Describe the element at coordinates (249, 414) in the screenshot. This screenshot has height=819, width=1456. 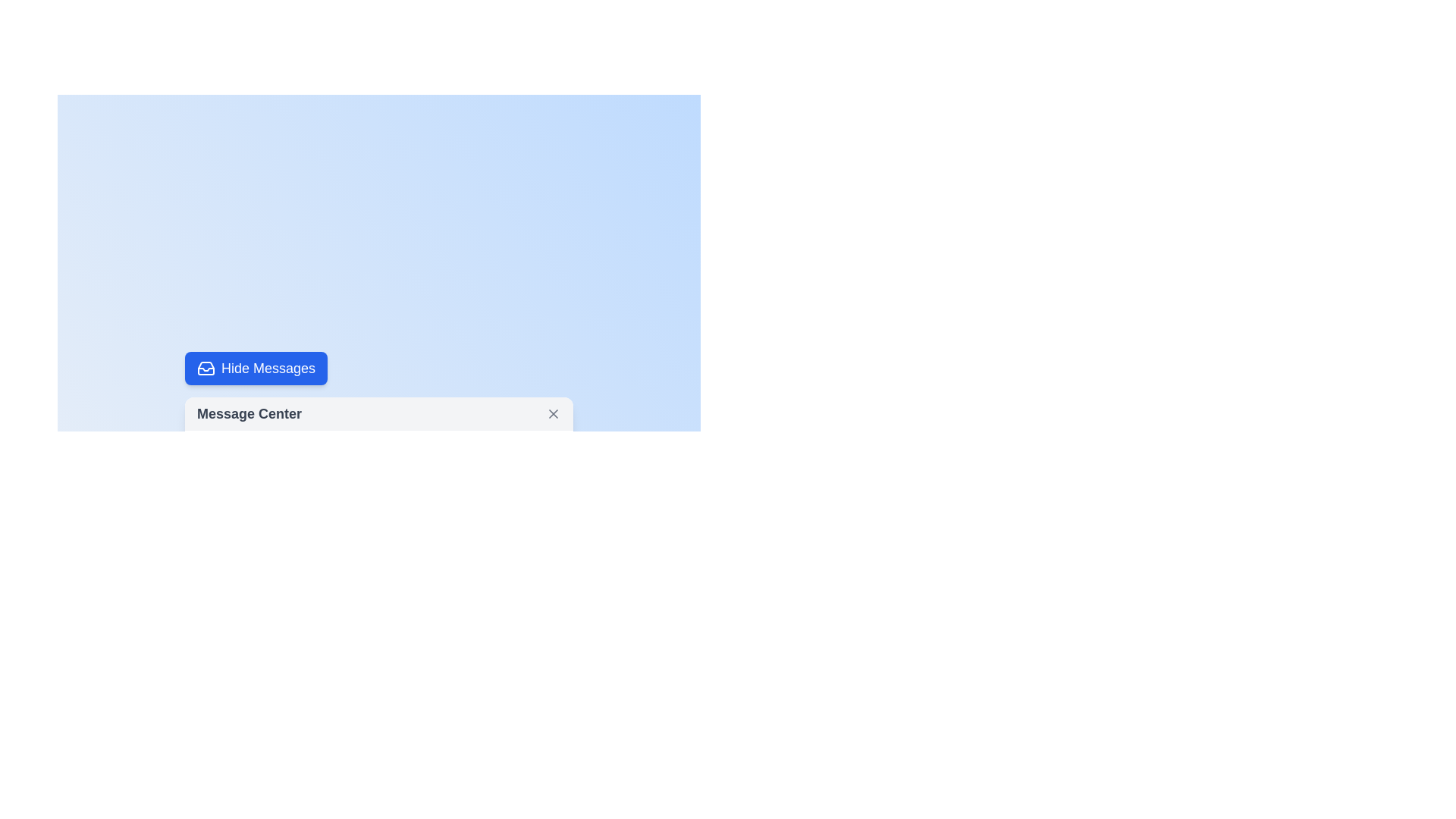
I see `the text label located on the left side of a light gray rounded bar, which serves as a title or heading for the content below` at that location.